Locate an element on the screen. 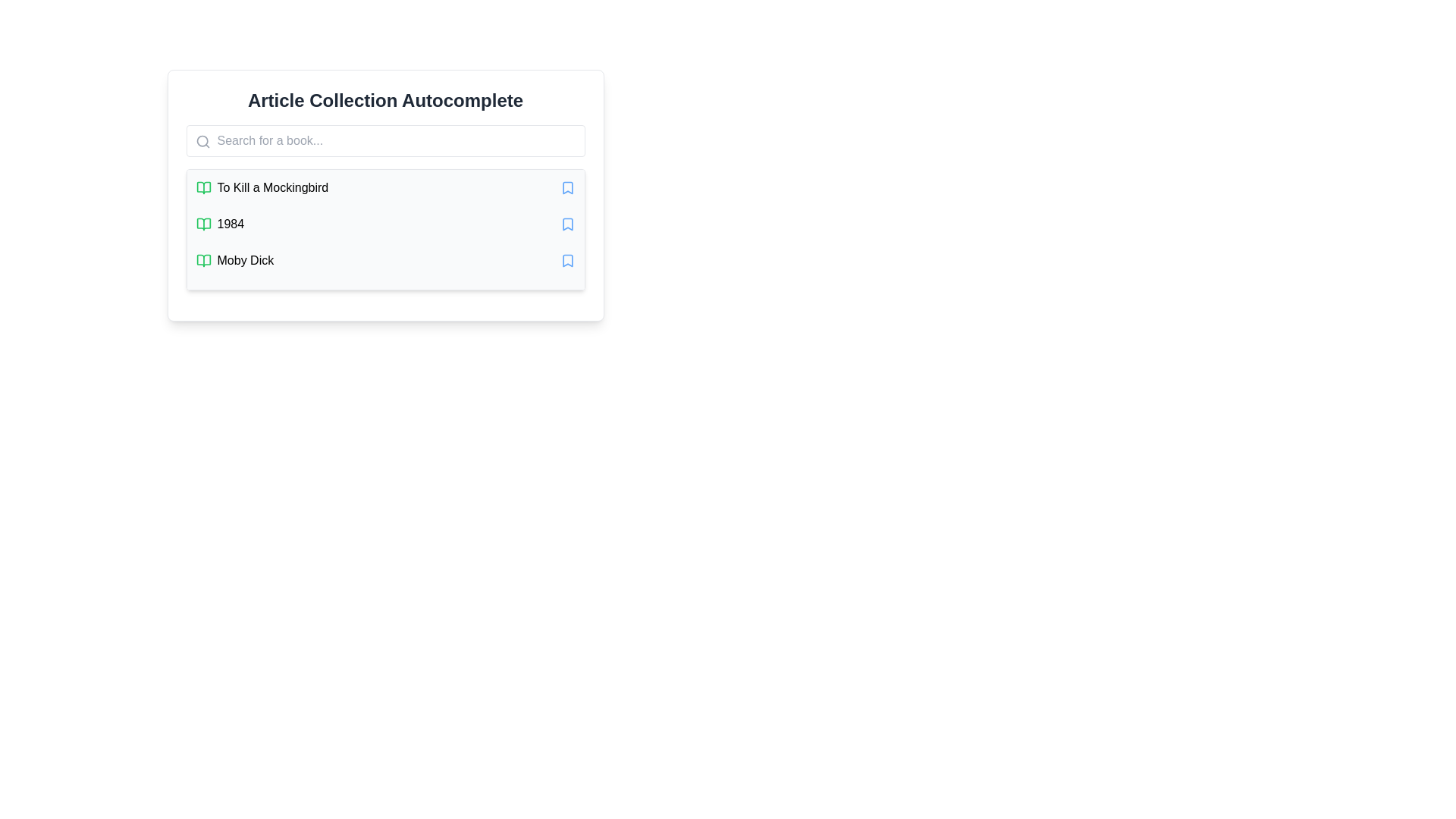 Image resolution: width=1456 pixels, height=819 pixels. the text 'Moby Dick' in the List item with an open book icon is located at coordinates (234, 259).